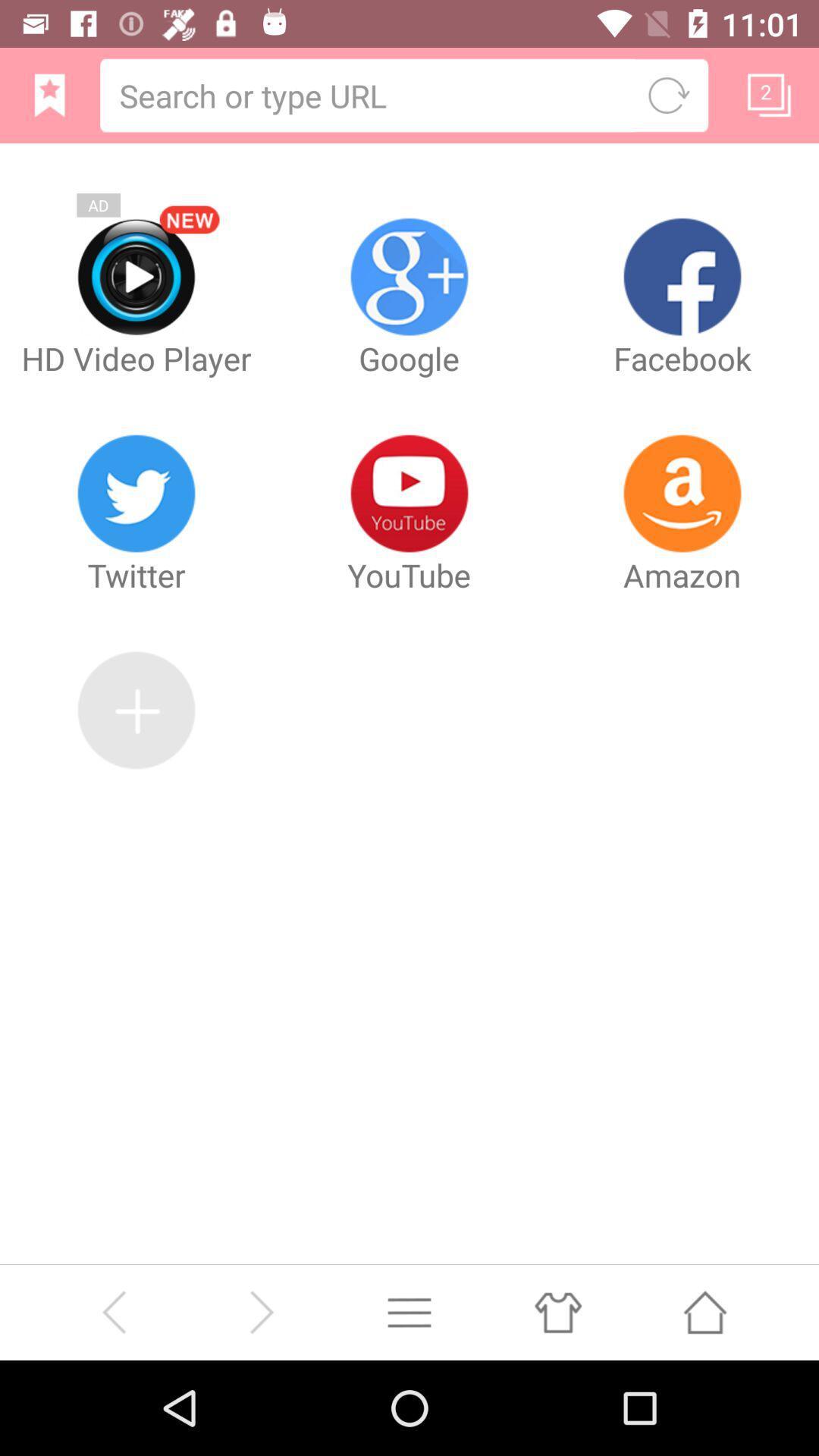  What do you see at coordinates (49, 94) in the screenshot?
I see `bookmark` at bounding box center [49, 94].